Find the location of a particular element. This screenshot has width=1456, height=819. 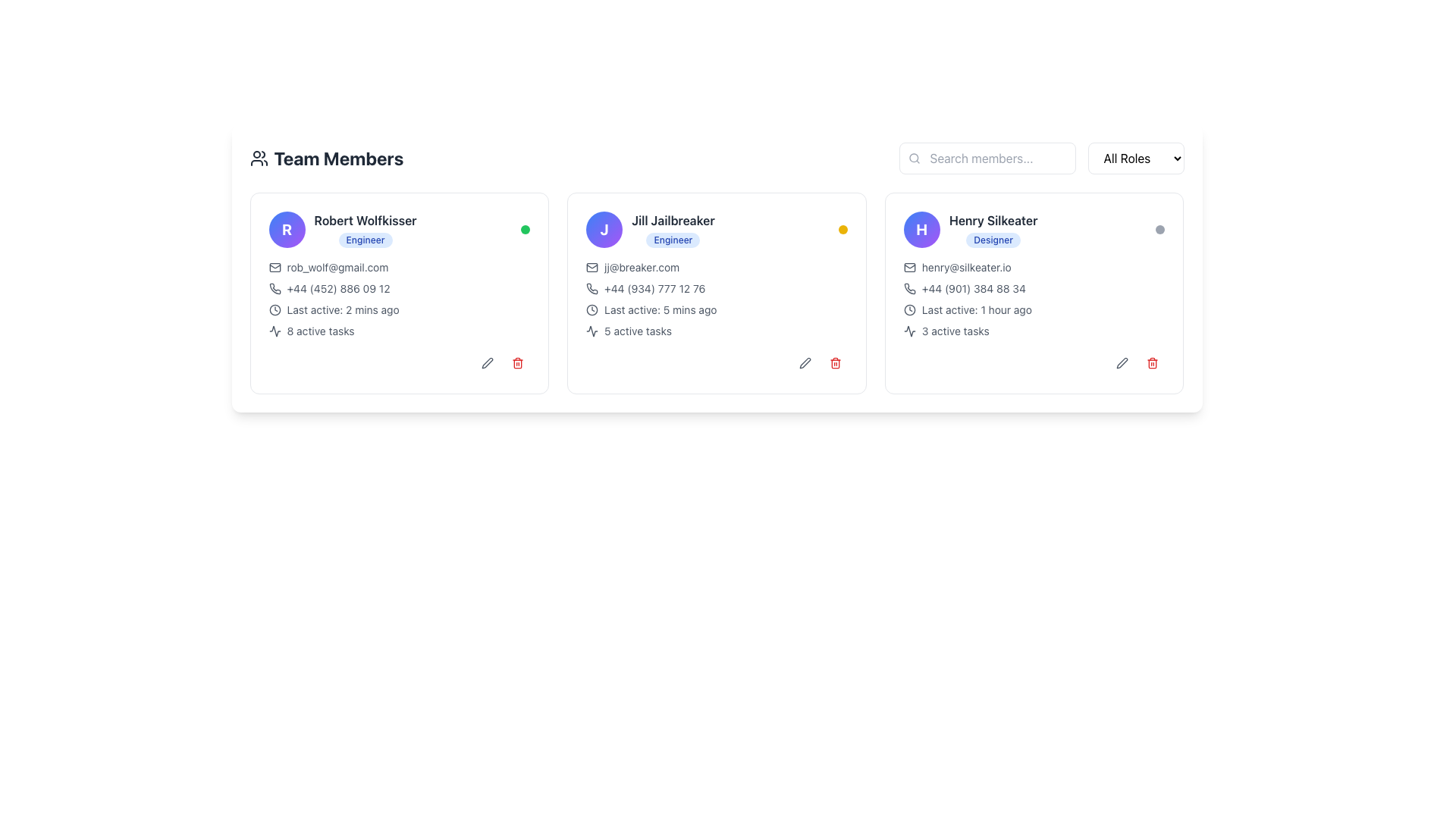

the 'Engineer' badge located below the name 'Jill Jailbreaker' within the contact card is located at coordinates (673, 239).